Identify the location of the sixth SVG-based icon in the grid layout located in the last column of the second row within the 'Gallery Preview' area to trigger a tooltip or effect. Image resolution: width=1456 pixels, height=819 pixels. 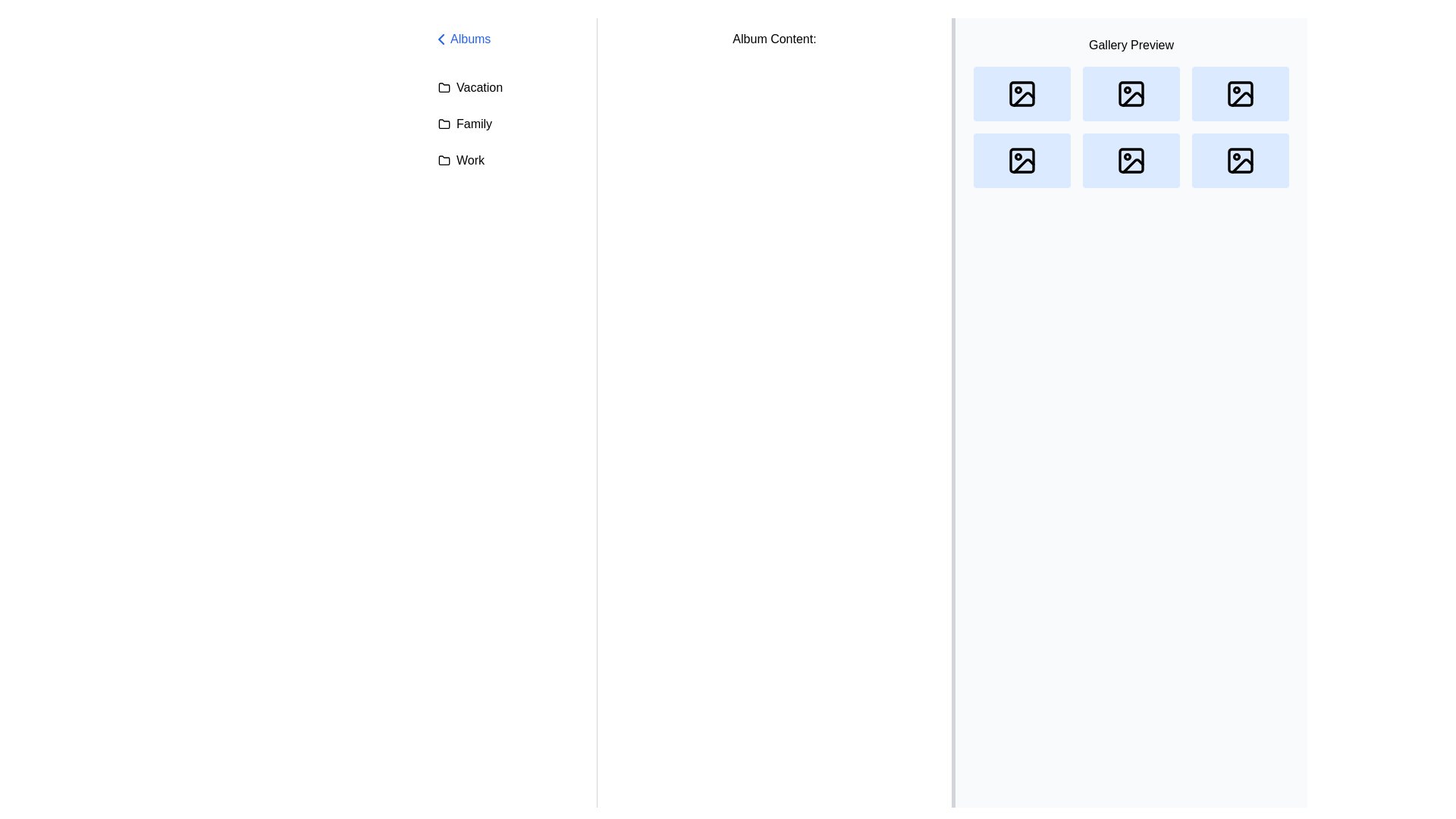
(1241, 161).